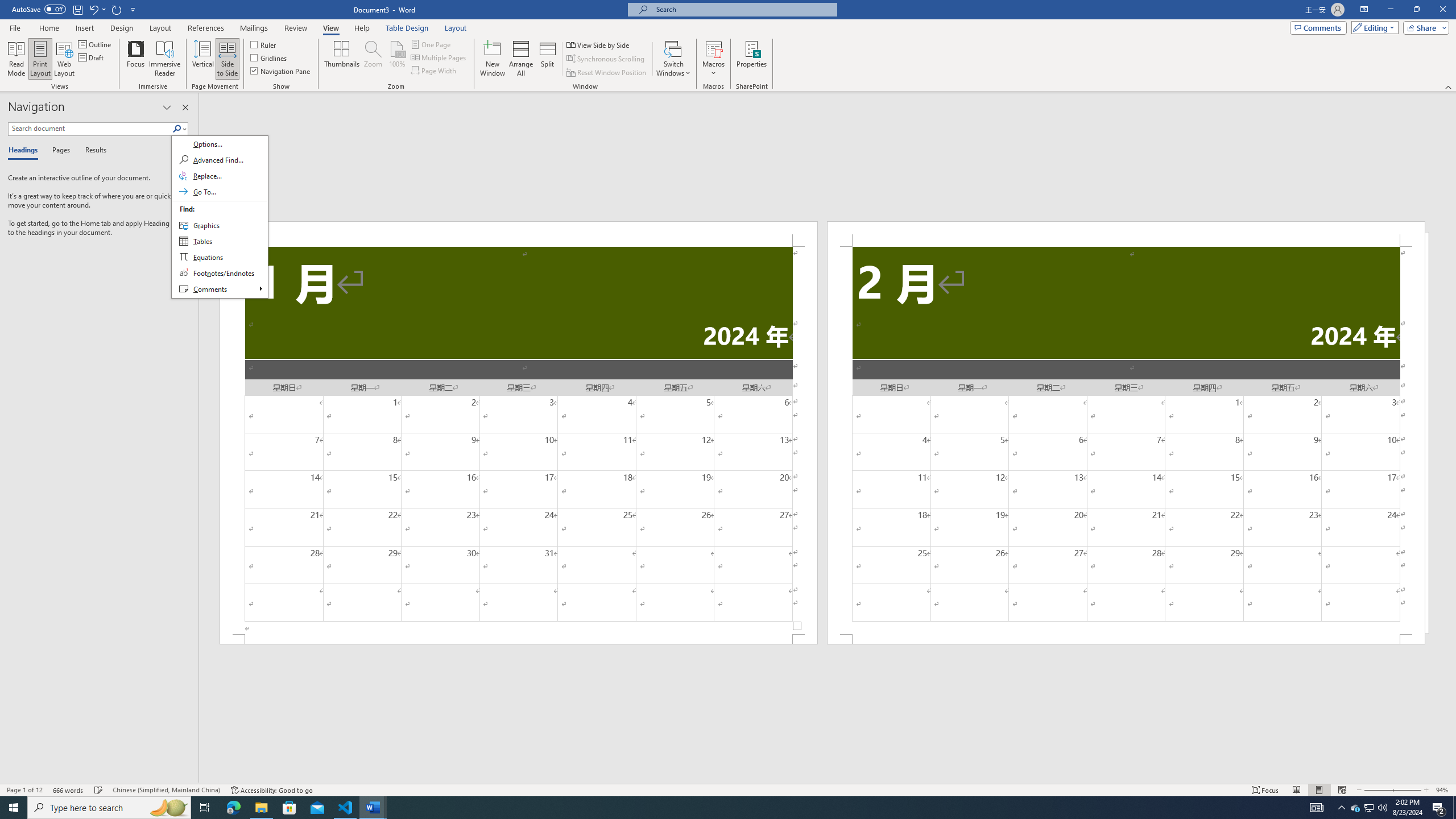  Describe the element at coordinates (1317, 806) in the screenshot. I see `'AutomationID: 4105'` at that location.